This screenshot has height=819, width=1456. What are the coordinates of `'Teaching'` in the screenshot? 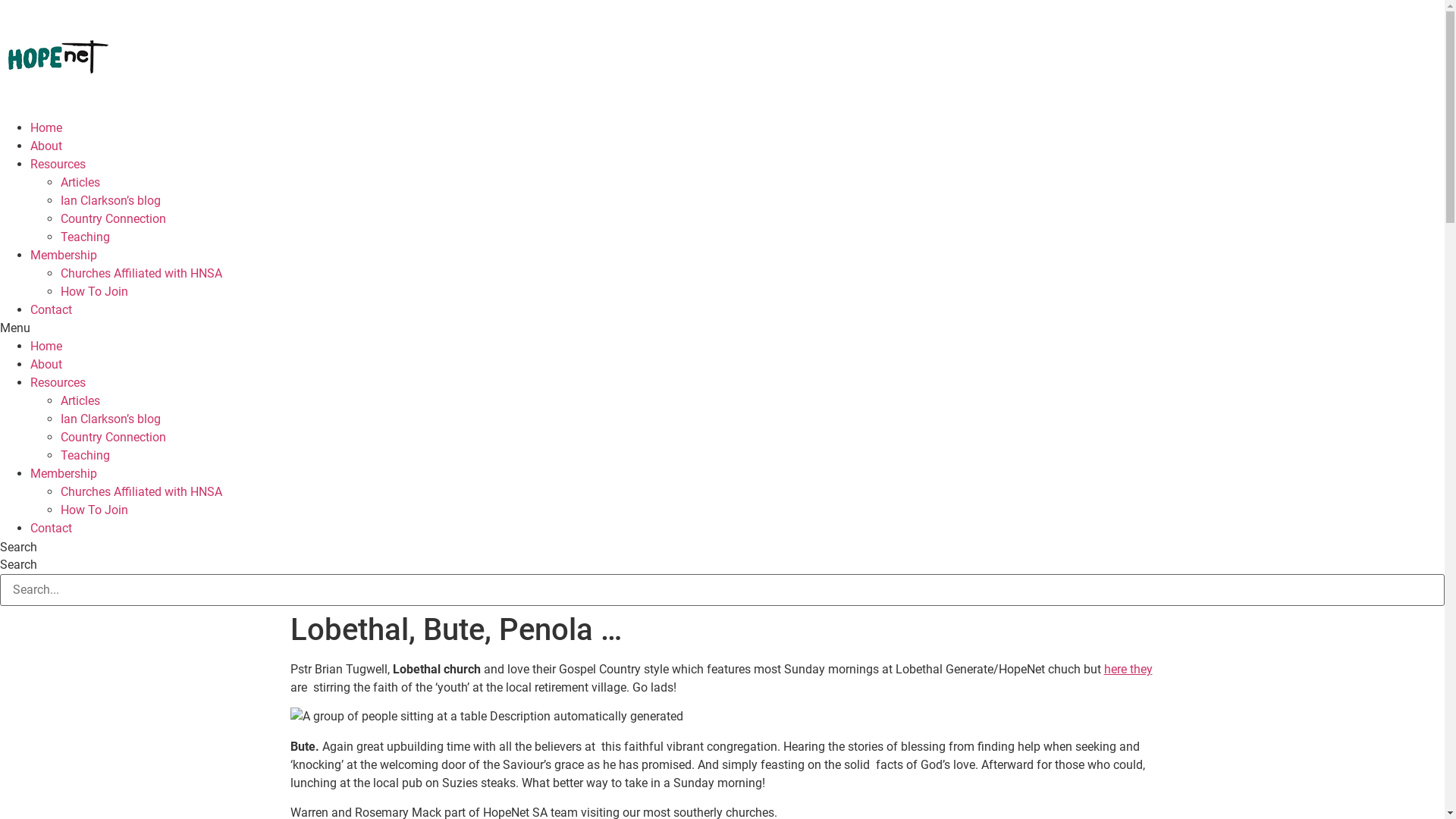 It's located at (84, 237).